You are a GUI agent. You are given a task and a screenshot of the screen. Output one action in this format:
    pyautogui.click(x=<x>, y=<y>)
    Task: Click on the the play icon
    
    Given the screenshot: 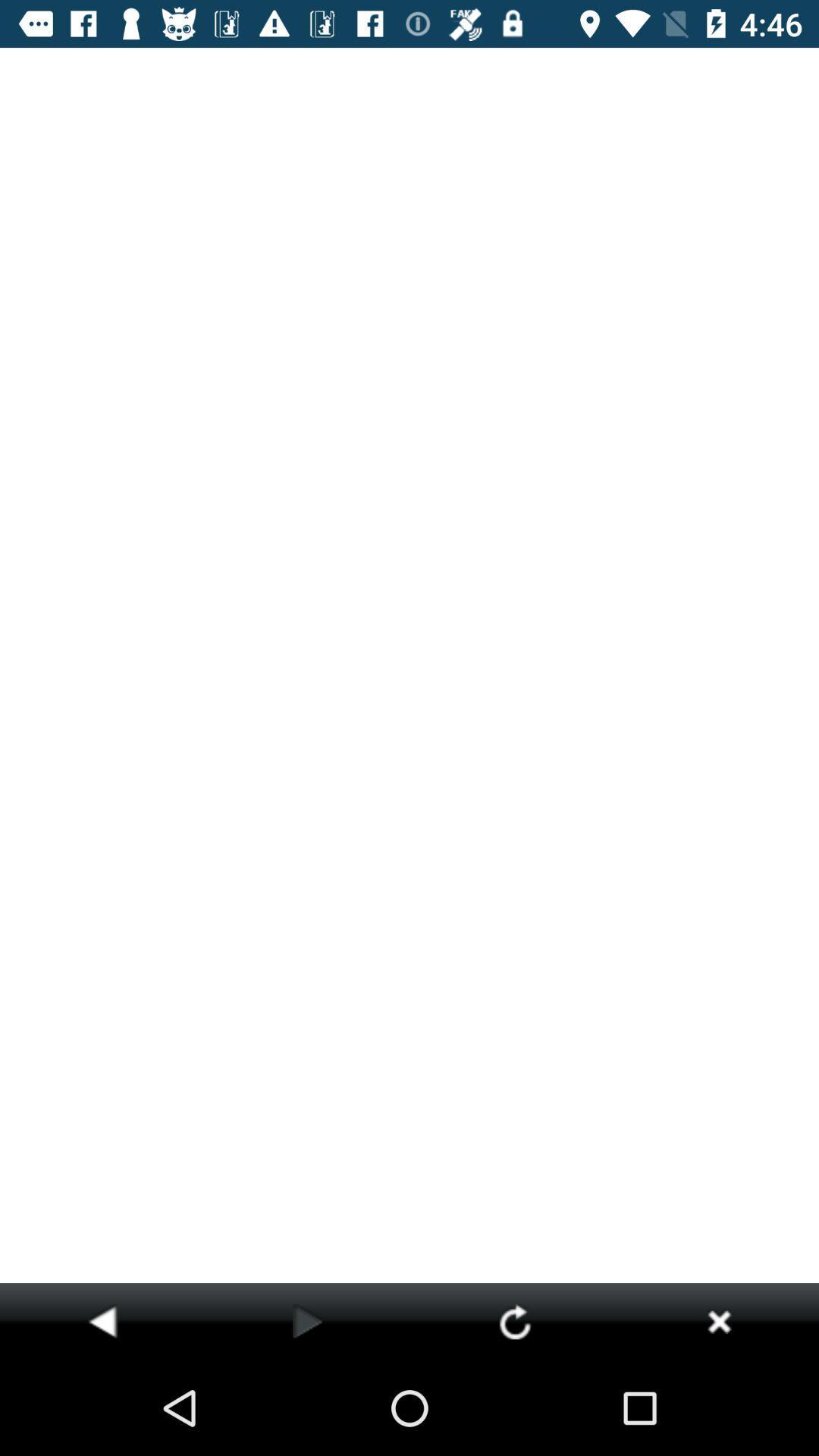 What is the action you would take?
    pyautogui.click(x=307, y=1320)
    